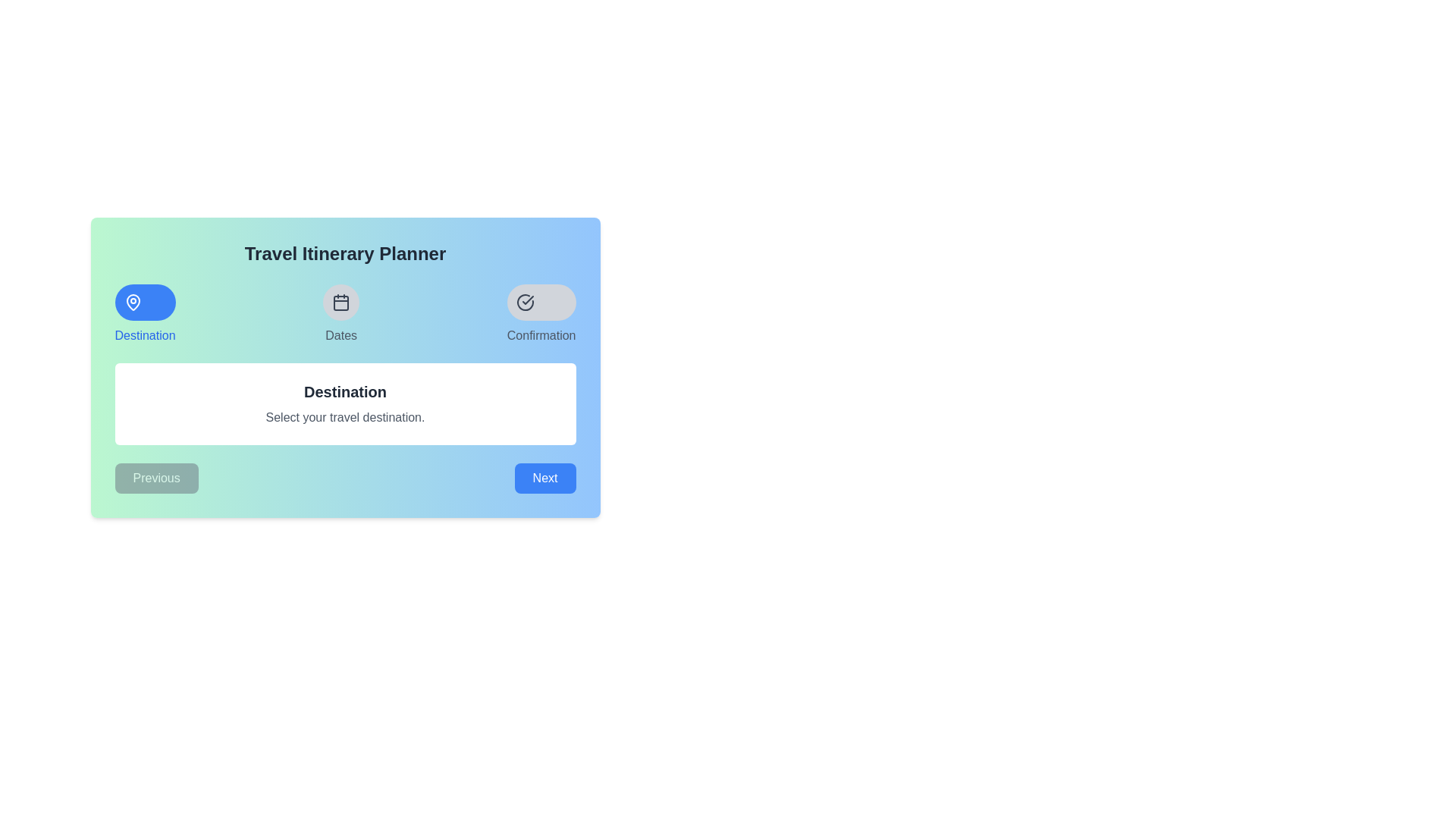  What do you see at coordinates (340, 303) in the screenshot?
I see `the rounded rectangular symbol located inside the calendar icon, which is the second icon from the left in the section labeled 'Dates'` at bounding box center [340, 303].